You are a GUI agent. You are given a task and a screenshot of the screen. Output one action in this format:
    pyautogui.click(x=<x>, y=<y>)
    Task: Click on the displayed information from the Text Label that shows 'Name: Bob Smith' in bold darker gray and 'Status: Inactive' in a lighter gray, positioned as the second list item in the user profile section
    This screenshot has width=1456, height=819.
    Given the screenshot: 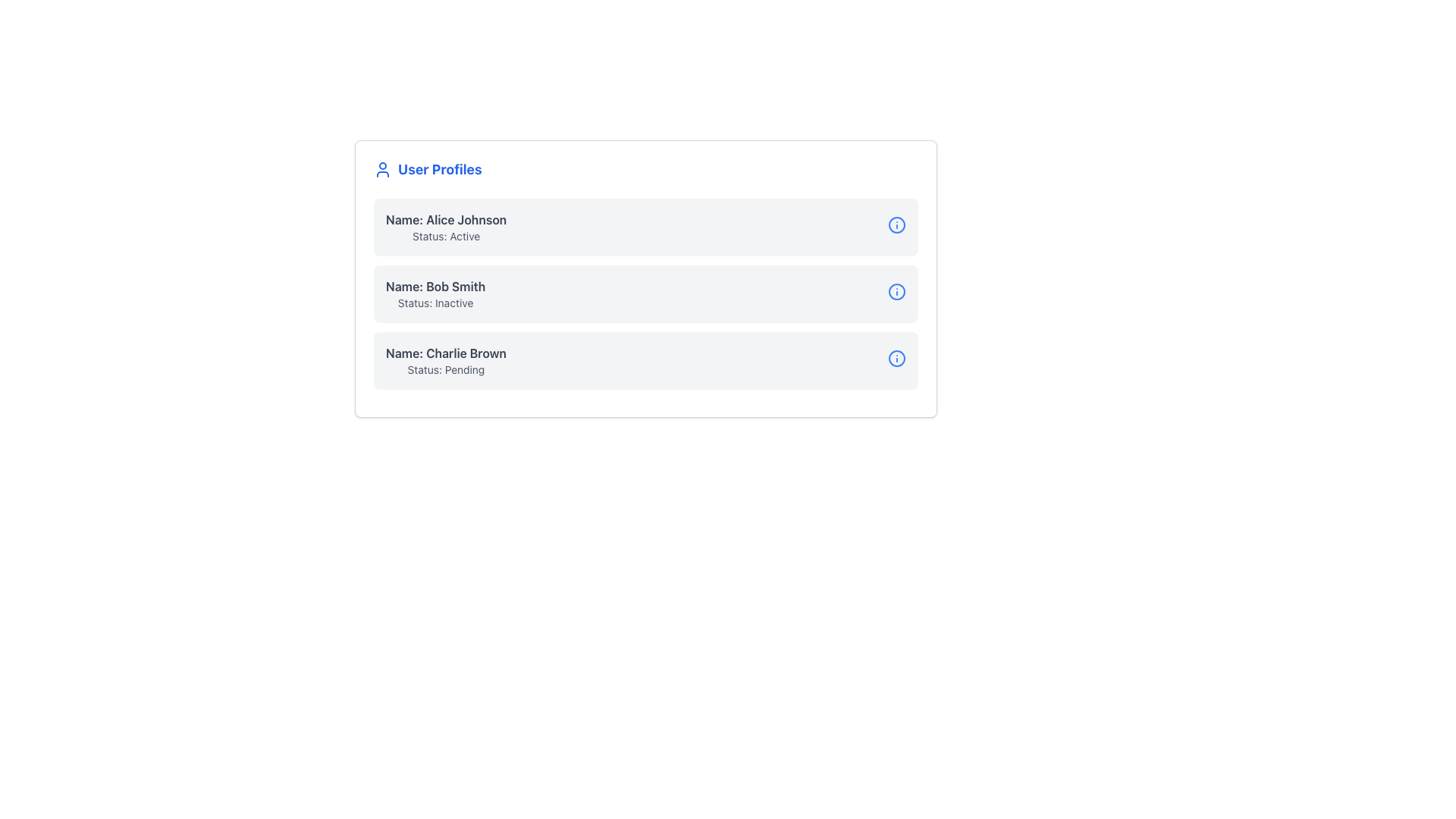 What is the action you would take?
    pyautogui.click(x=435, y=294)
    